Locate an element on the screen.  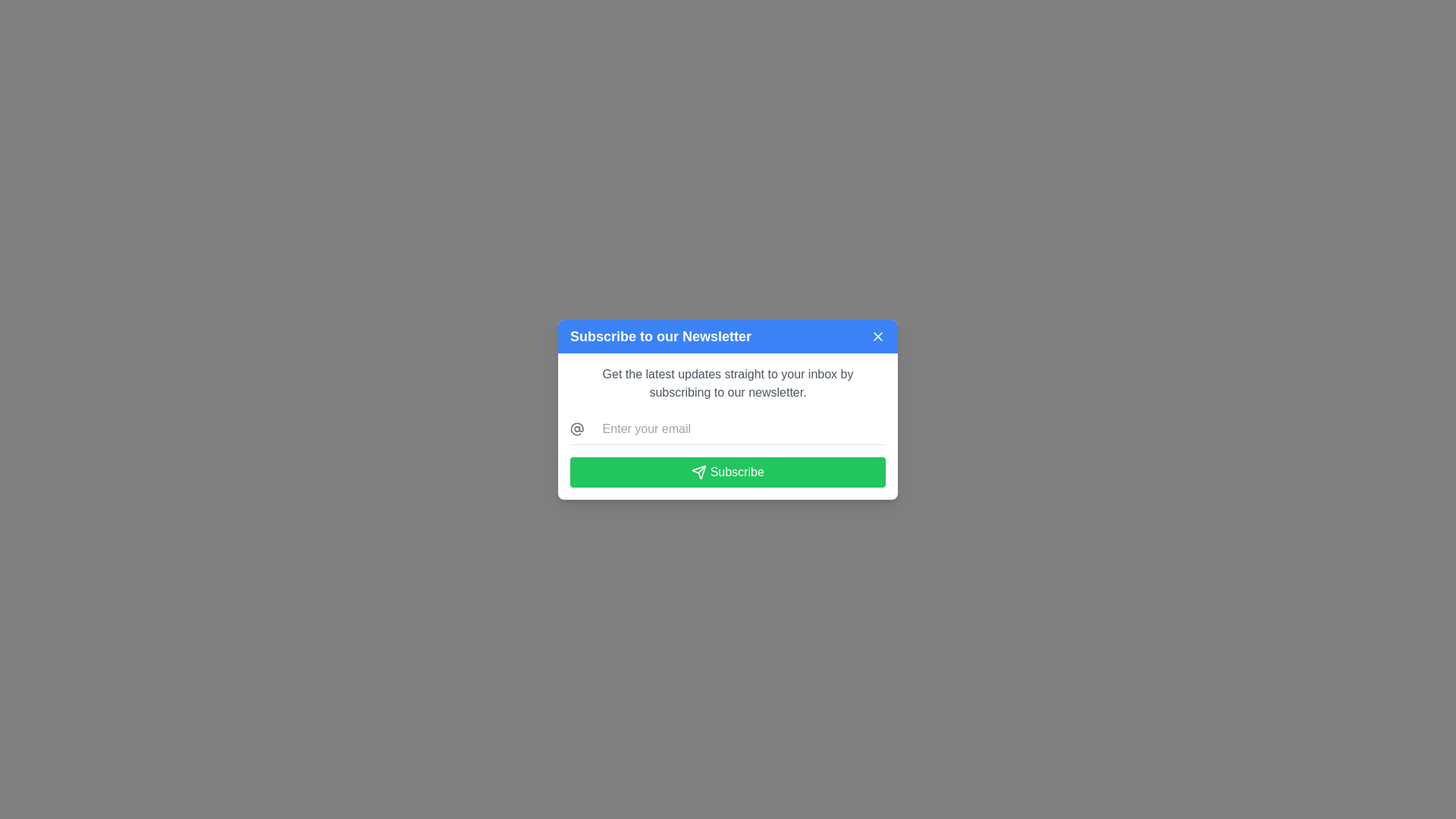
the close button represented by an 'X' icon in the top-right corner of the blue header that reads 'Subscribe to our Newsletter' is located at coordinates (877, 335).